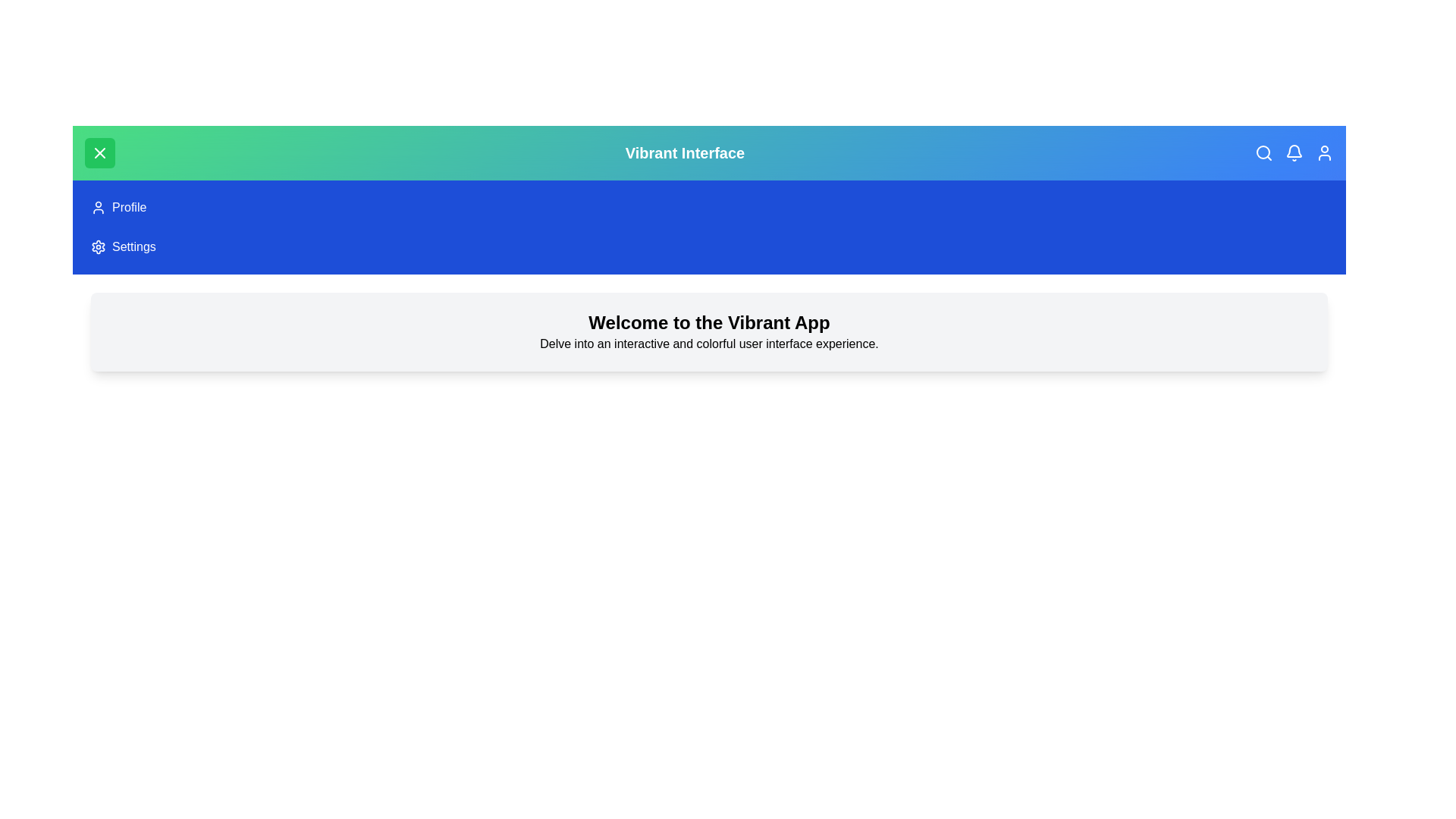 The height and width of the screenshot is (819, 1456). Describe the element at coordinates (97, 246) in the screenshot. I see `the 'Settings' menu item to navigate to the Settings section` at that location.